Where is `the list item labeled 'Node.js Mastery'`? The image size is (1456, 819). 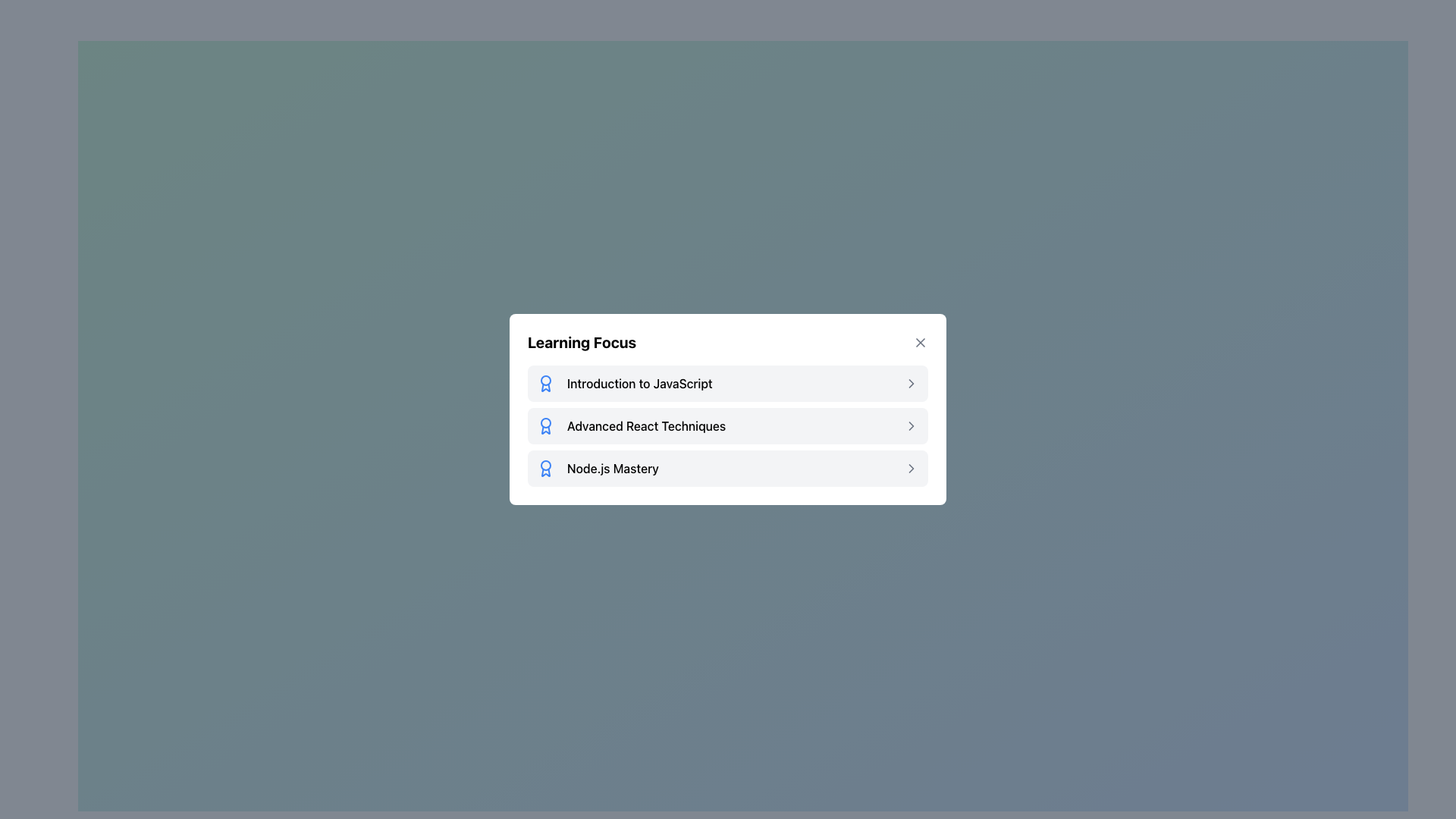
the list item labeled 'Node.js Mastery' is located at coordinates (597, 467).